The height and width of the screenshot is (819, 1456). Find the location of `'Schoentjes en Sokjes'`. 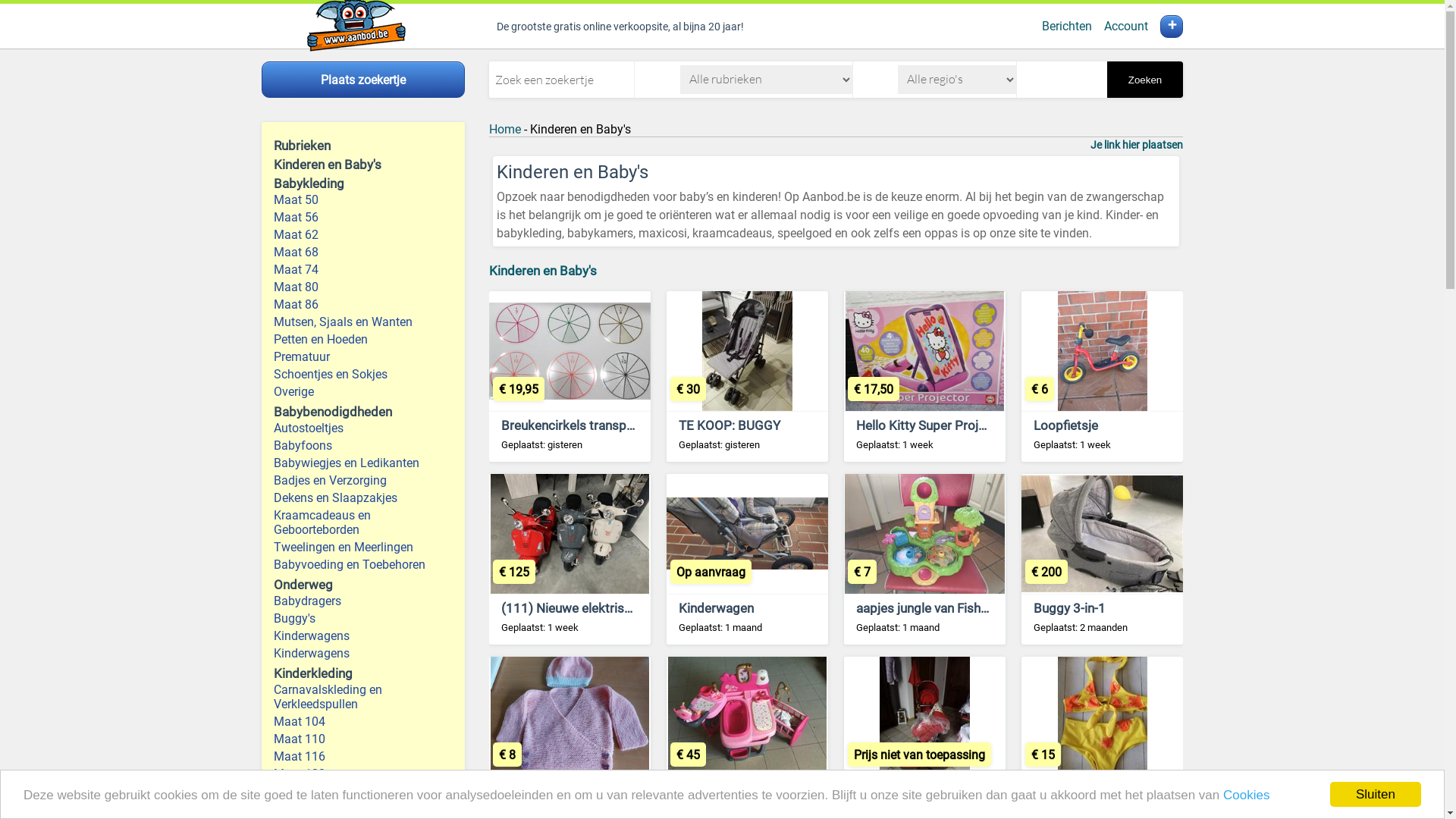

'Schoentjes en Sokjes' is located at coordinates (273, 374).